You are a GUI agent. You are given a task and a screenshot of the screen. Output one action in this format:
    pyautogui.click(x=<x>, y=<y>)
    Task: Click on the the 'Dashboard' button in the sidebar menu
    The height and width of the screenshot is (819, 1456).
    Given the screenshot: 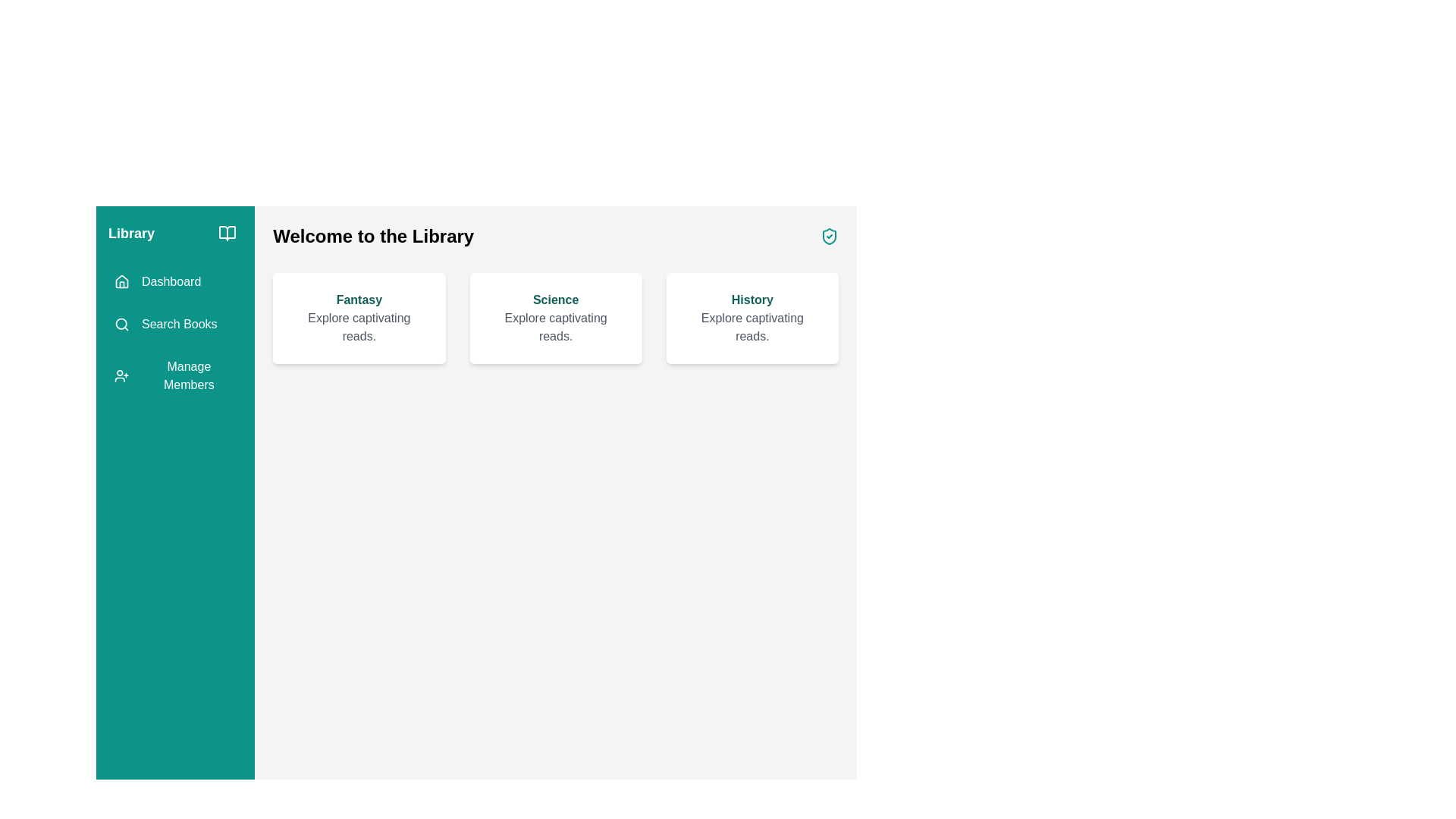 What is the action you would take?
    pyautogui.click(x=158, y=281)
    